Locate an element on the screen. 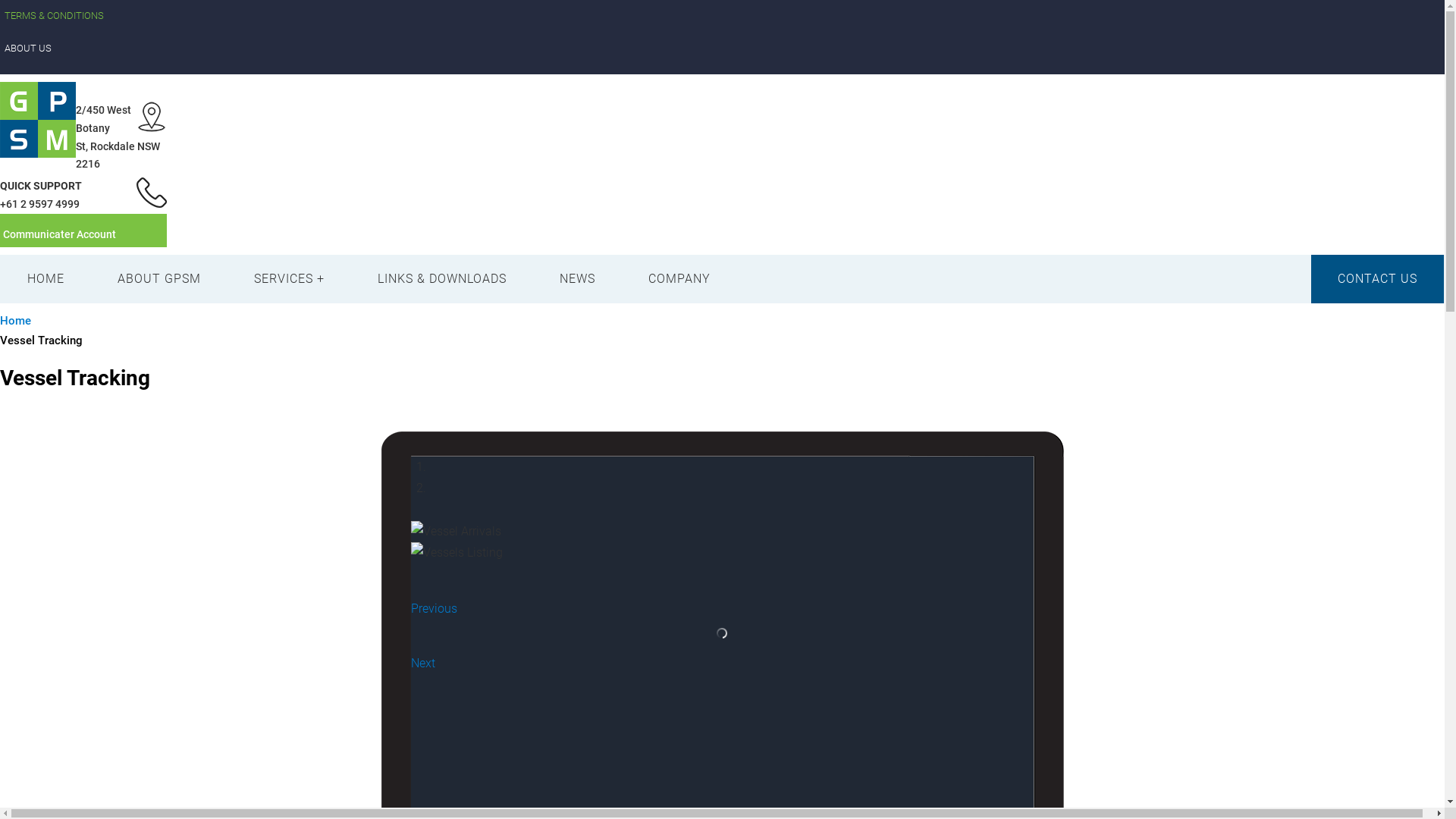 The height and width of the screenshot is (819, 1456). 'CONTACT US' is located at coordinates (1377, 278).